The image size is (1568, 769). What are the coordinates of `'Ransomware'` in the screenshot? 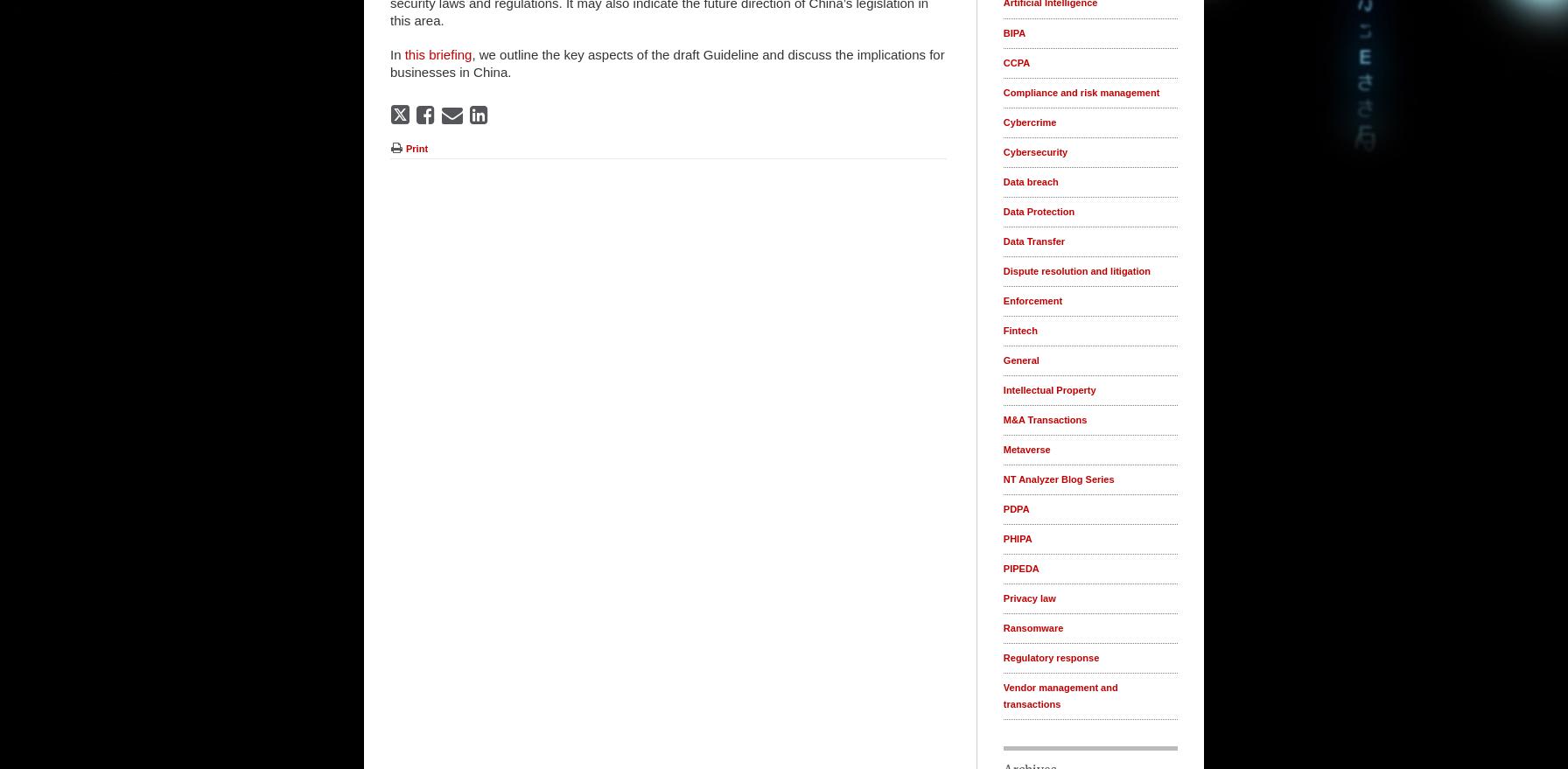 It's located at (1032, 627).